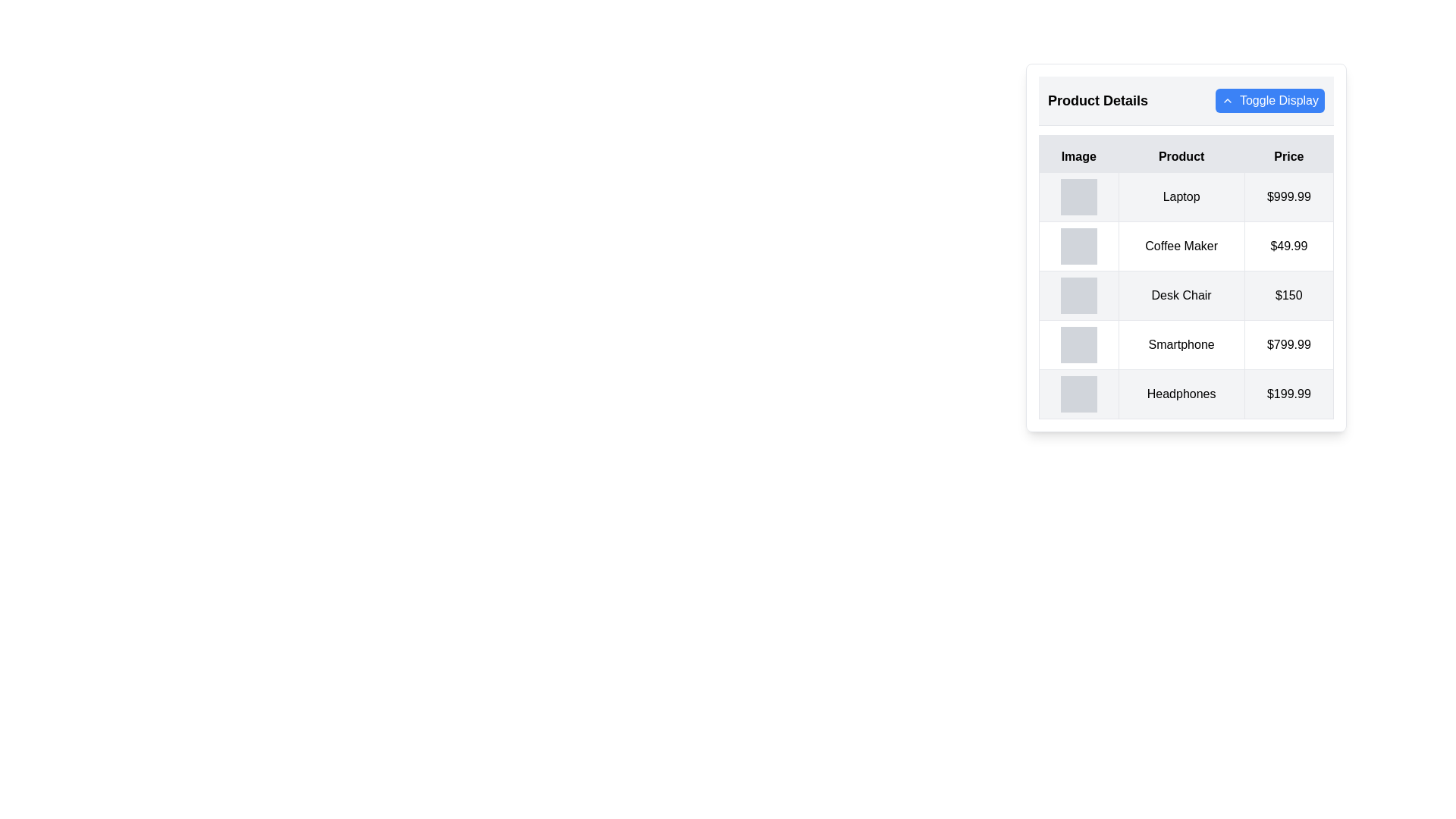 The image size is (1456, 819). I want to click on the image placeholder for the 'Smartphone' product, so click(1078, 345).